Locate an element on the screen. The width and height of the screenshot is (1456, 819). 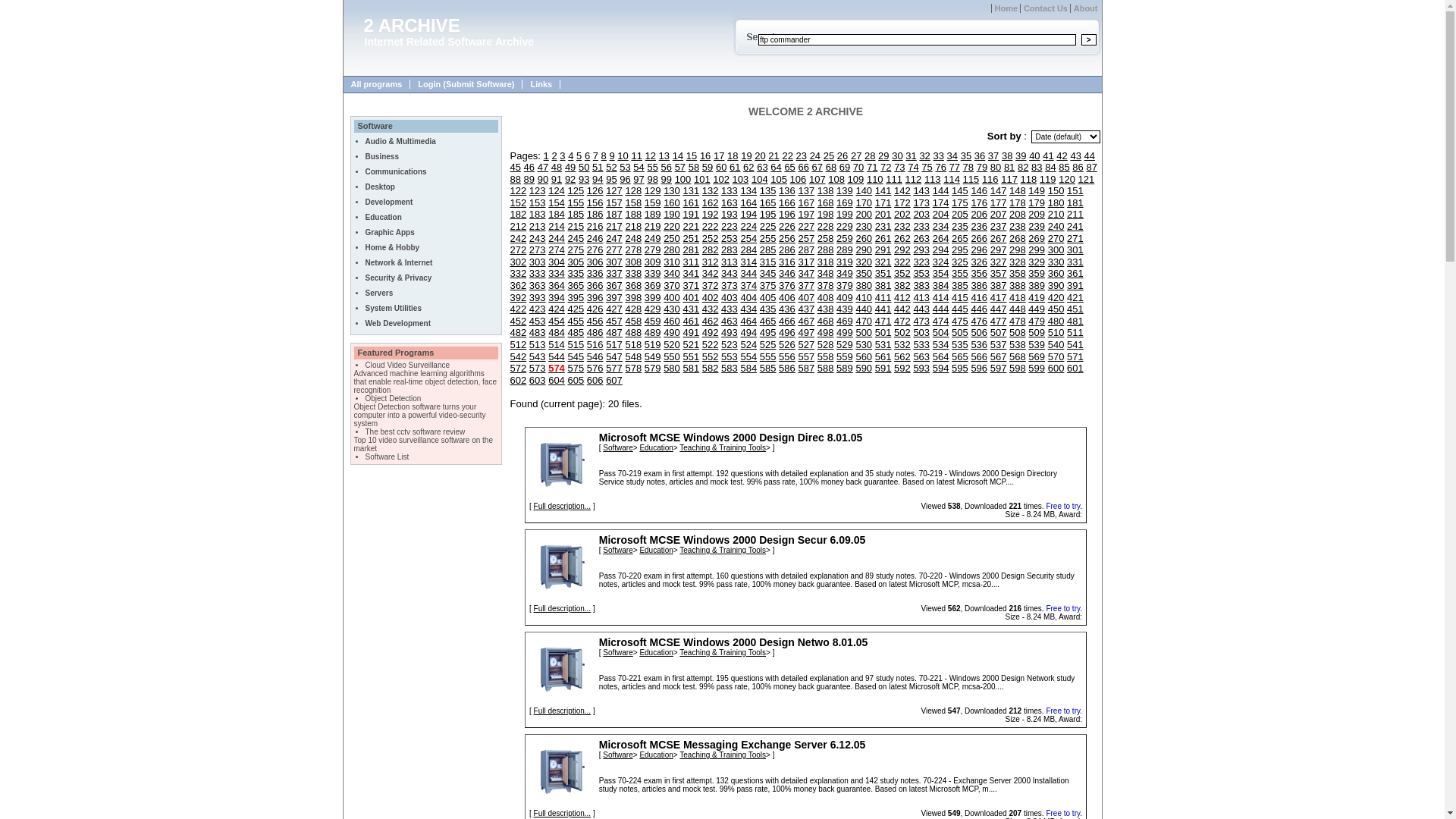
'106' is located at coordinates (789, 178).